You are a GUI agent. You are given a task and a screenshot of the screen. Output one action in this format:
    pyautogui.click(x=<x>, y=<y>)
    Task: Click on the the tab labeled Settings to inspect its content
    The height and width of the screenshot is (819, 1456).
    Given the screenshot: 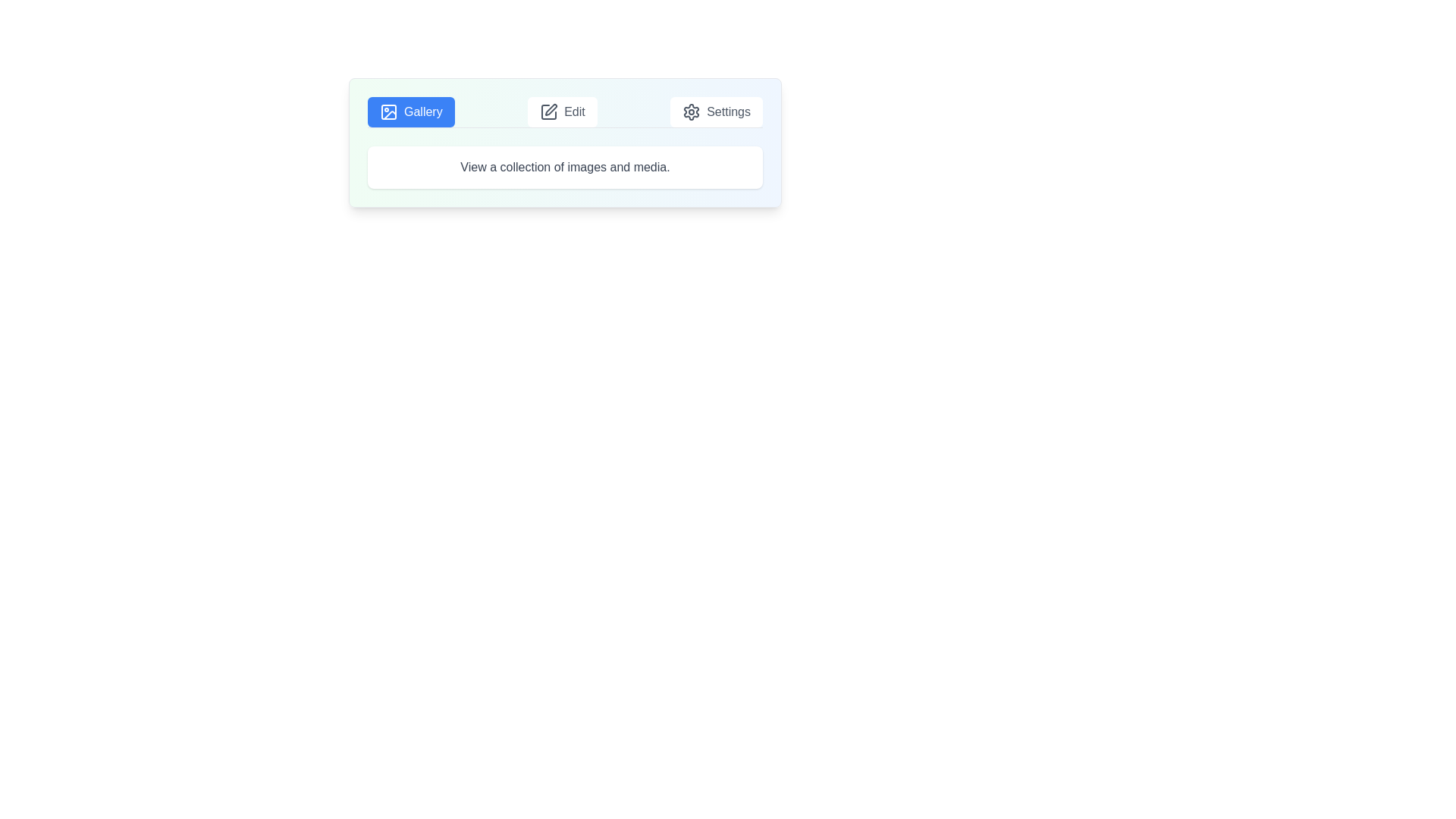 What is the action you would take?
    pyautogui.click(x=716, y=111)
    